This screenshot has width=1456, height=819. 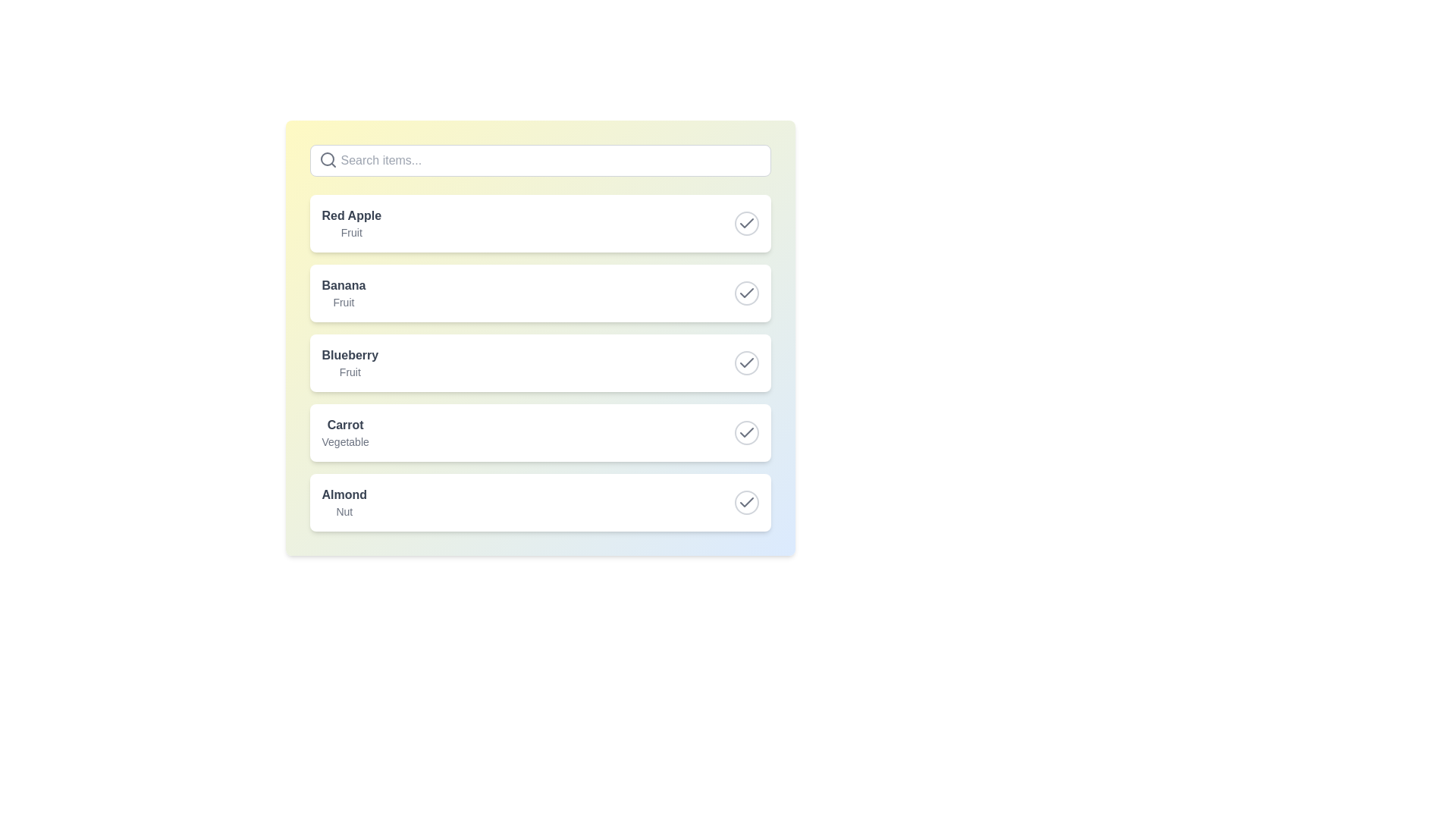 What do you see at coordinates (349, 372) in the screenshot?
I see `the text label displaying 'Fruit' in a small, gray-colored font, located beneath 'Blueberry' within the fourth list item` at bounding box center [349, 372].